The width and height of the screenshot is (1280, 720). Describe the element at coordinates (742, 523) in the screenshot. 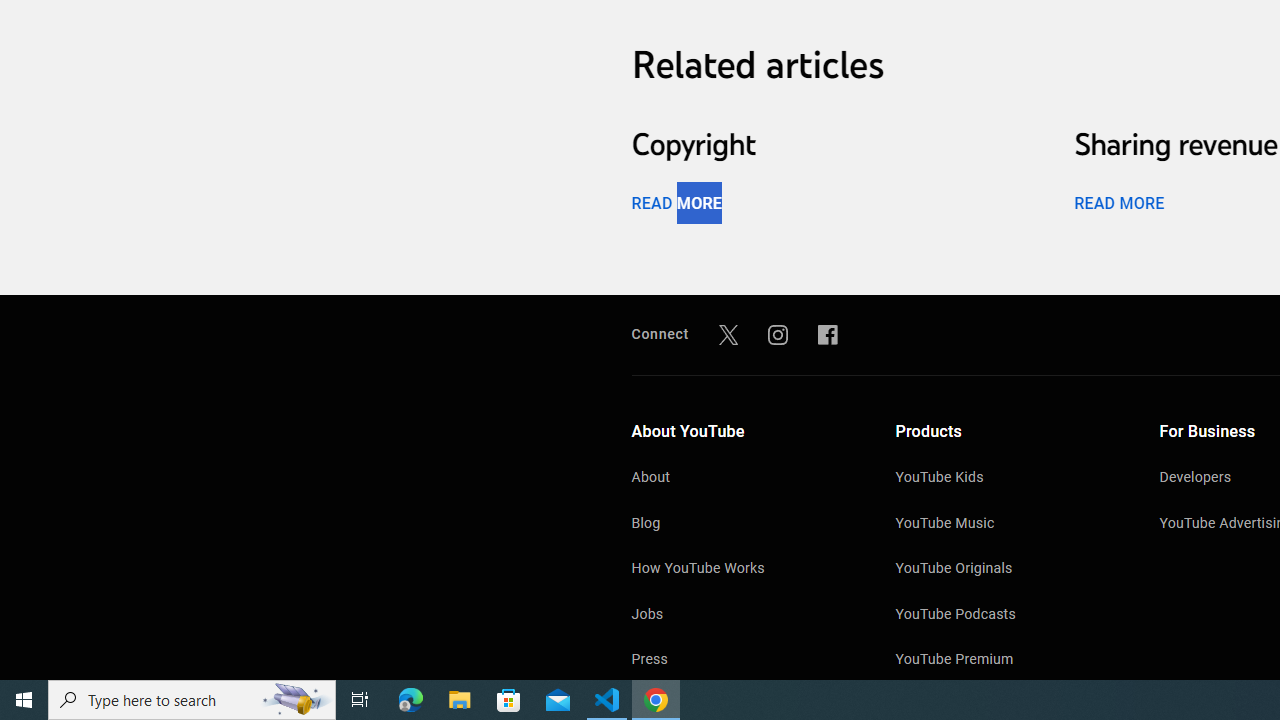

I see `'Blog'` at that location.